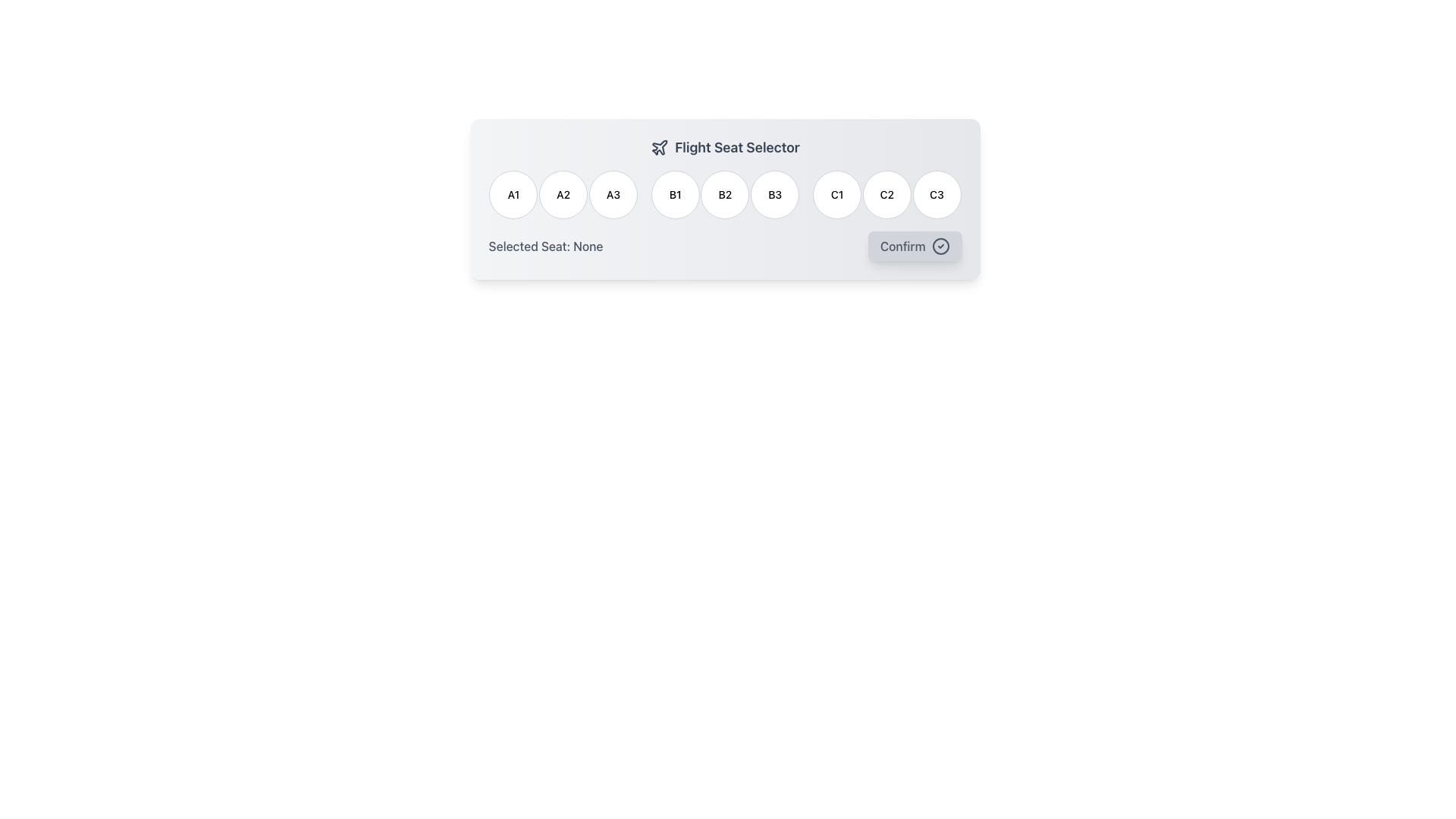 This screenshot has width=1456, height=819. What do you see at coordinates (613, 194) in the screenshot?
I see `the button labeled 'A3'` at bounding box center [613, 194].